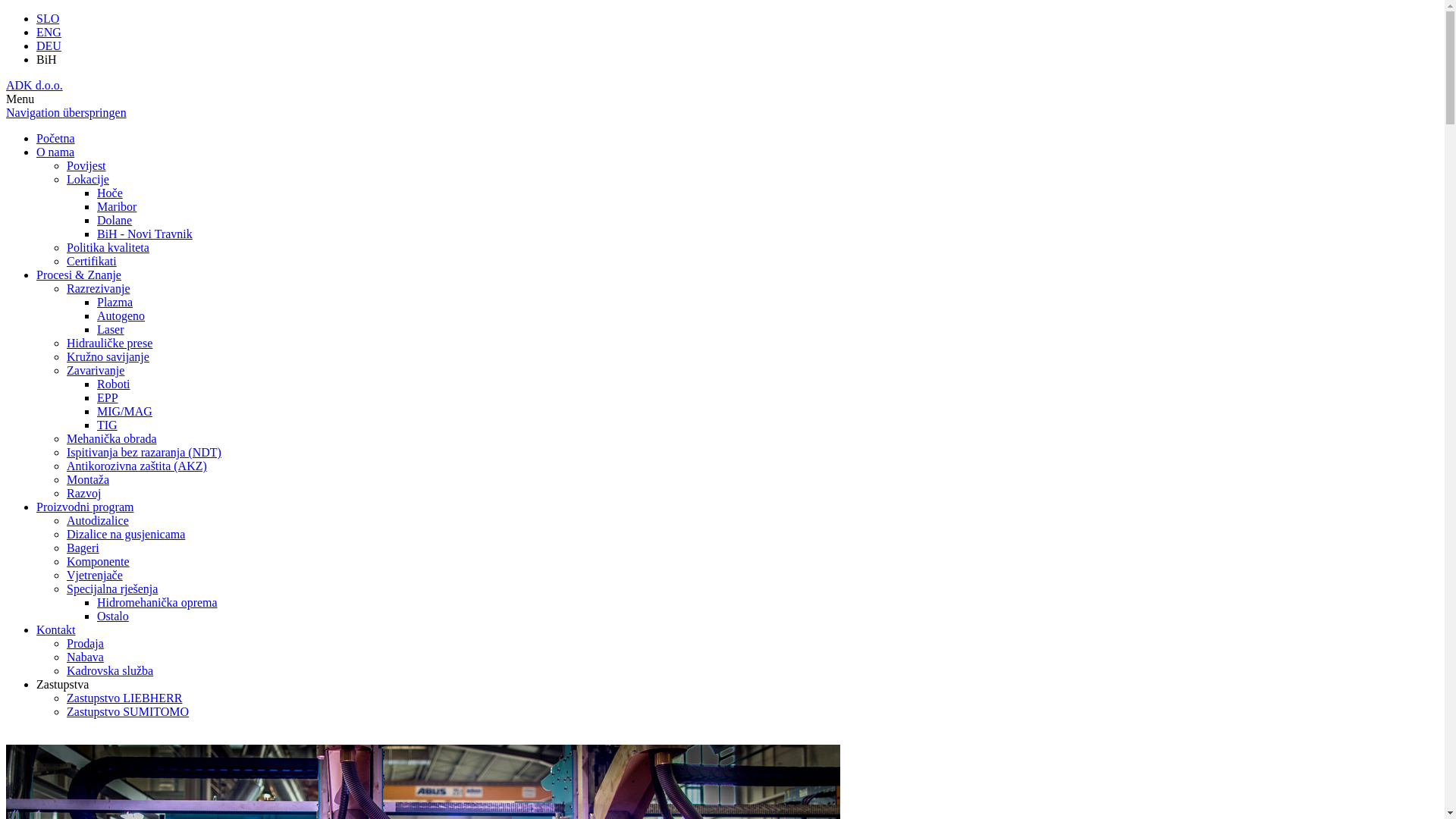 The height and width of the screenshot is (819, 1456). I want to click on 'Zastupstvo SUMITOMO', so click(127, 711).